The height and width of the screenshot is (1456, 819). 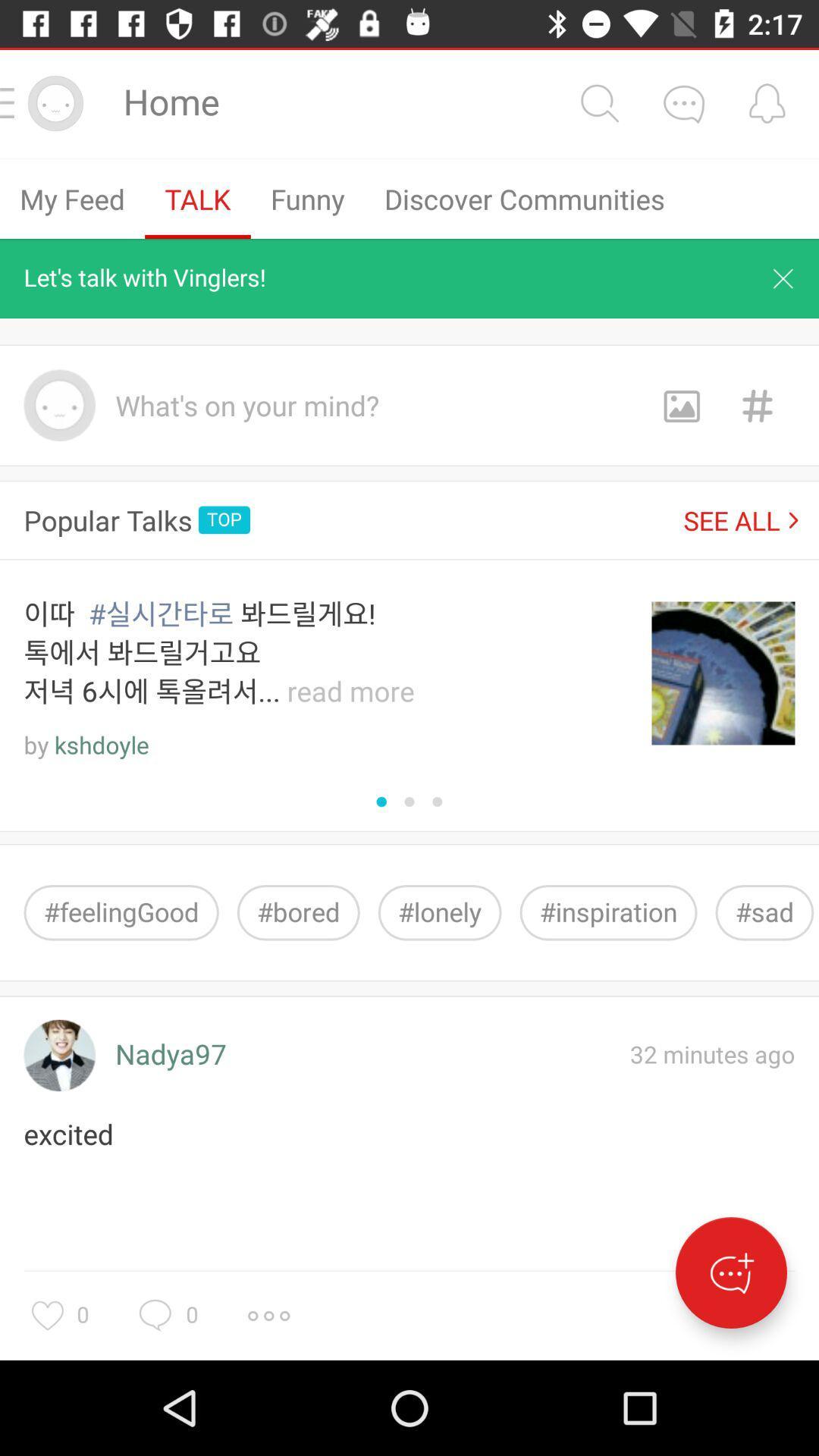 I want to click on the chat icon, so click(x=683, y=102).